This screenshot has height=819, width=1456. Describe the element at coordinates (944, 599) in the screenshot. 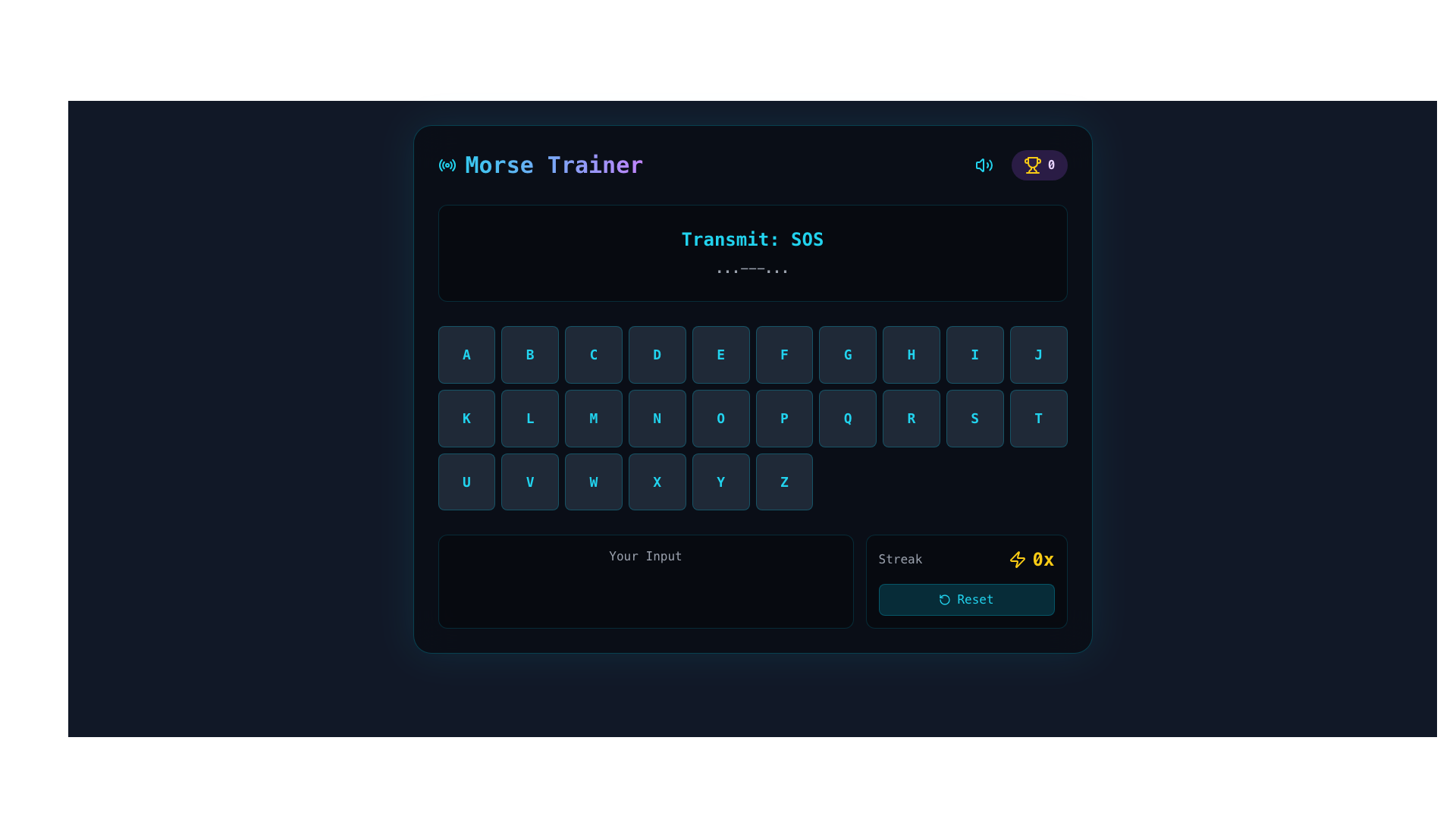

I see `the 'Reset' button which contains a circular arrow symbol pointing counterclockwise, located at the bottom right corner of the interface, next to a streak count display` at that location.